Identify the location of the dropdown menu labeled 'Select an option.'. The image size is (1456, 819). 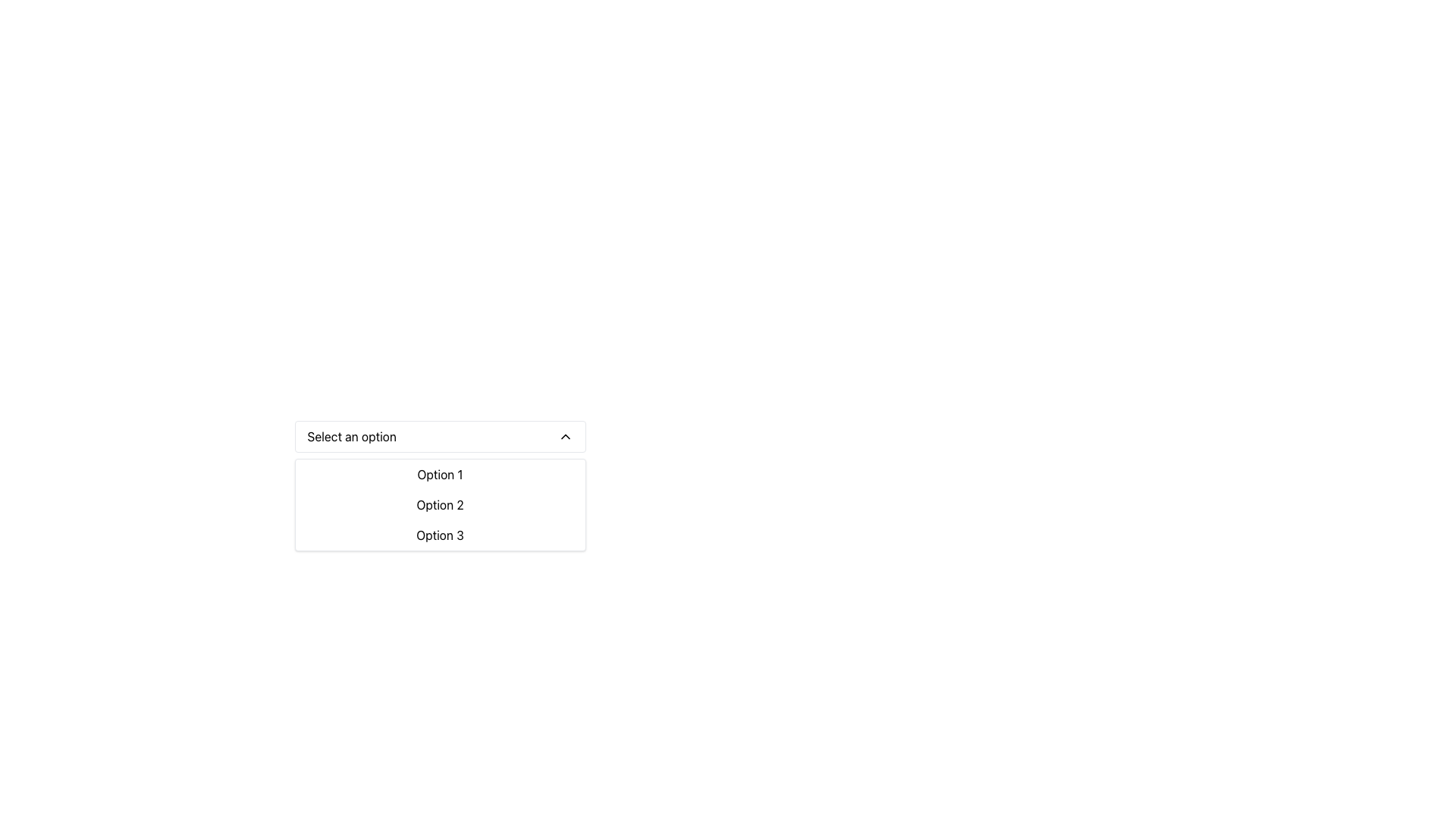
(439, 436).